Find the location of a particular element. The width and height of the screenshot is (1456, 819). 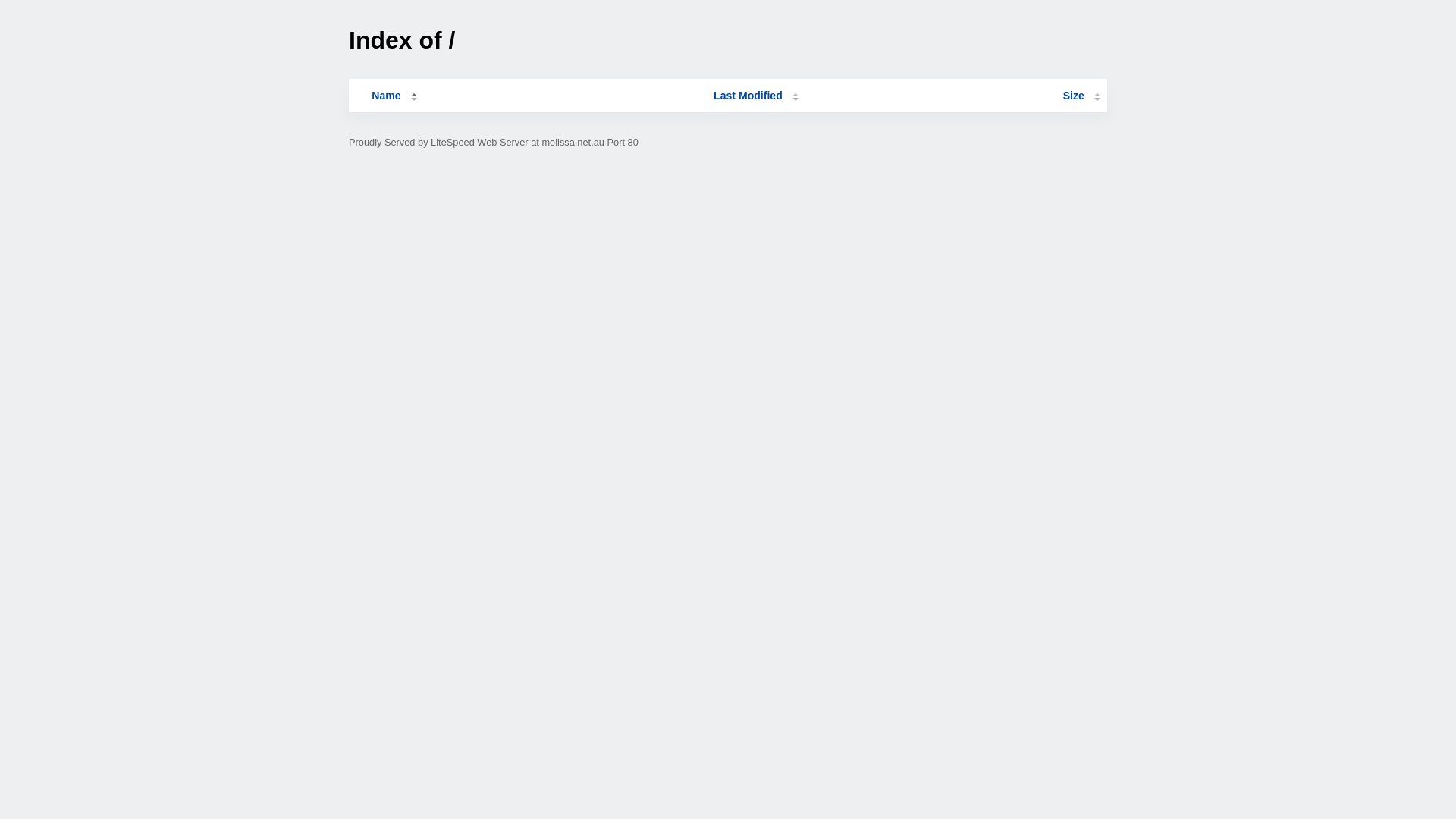

'Name' is located at coordinates (385, 96).